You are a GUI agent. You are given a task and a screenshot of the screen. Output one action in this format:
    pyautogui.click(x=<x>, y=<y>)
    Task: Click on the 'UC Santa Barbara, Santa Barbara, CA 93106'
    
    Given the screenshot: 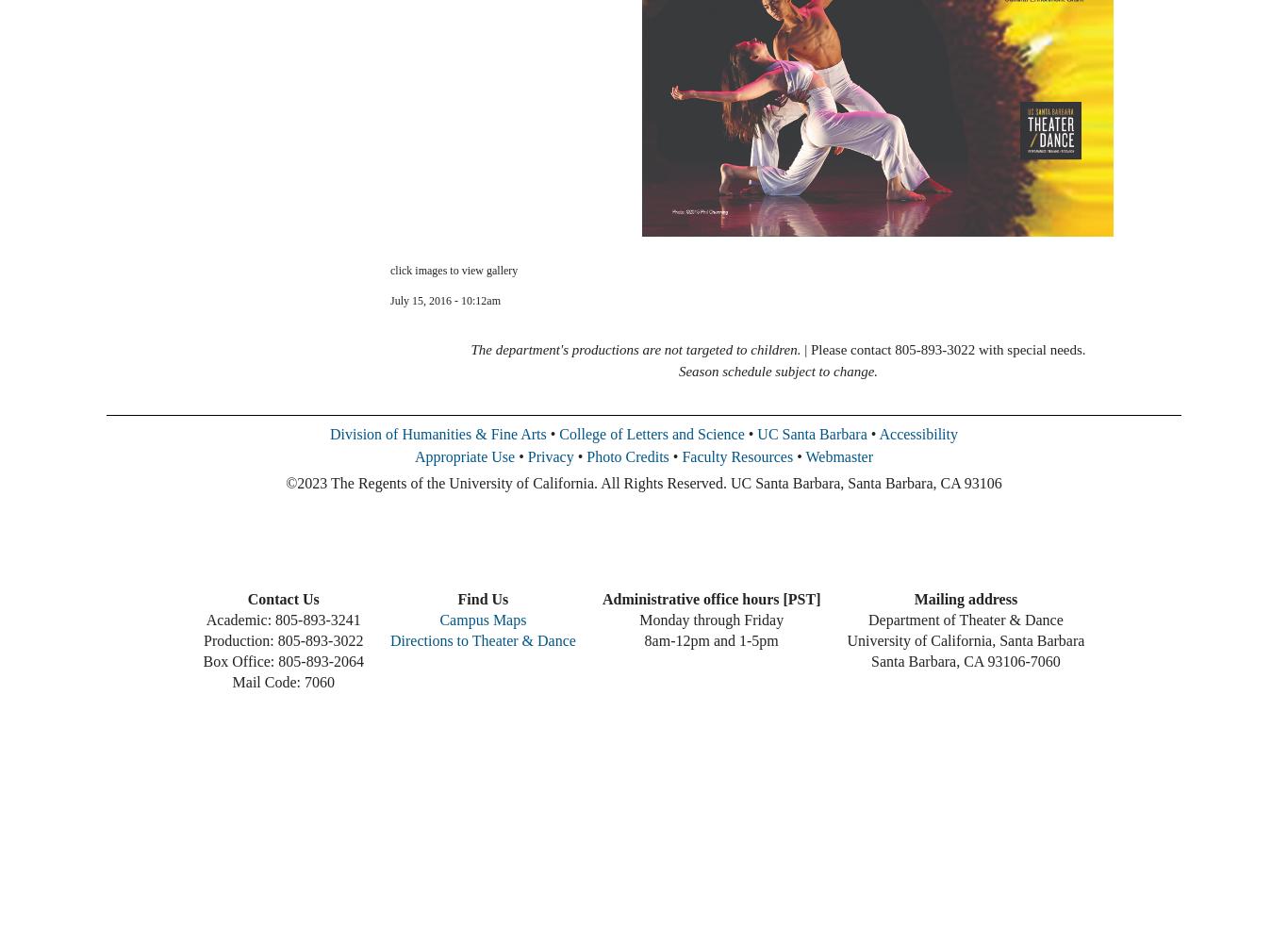 What is the action you would take?
    pyautogui.click(x=865, y=483)
    